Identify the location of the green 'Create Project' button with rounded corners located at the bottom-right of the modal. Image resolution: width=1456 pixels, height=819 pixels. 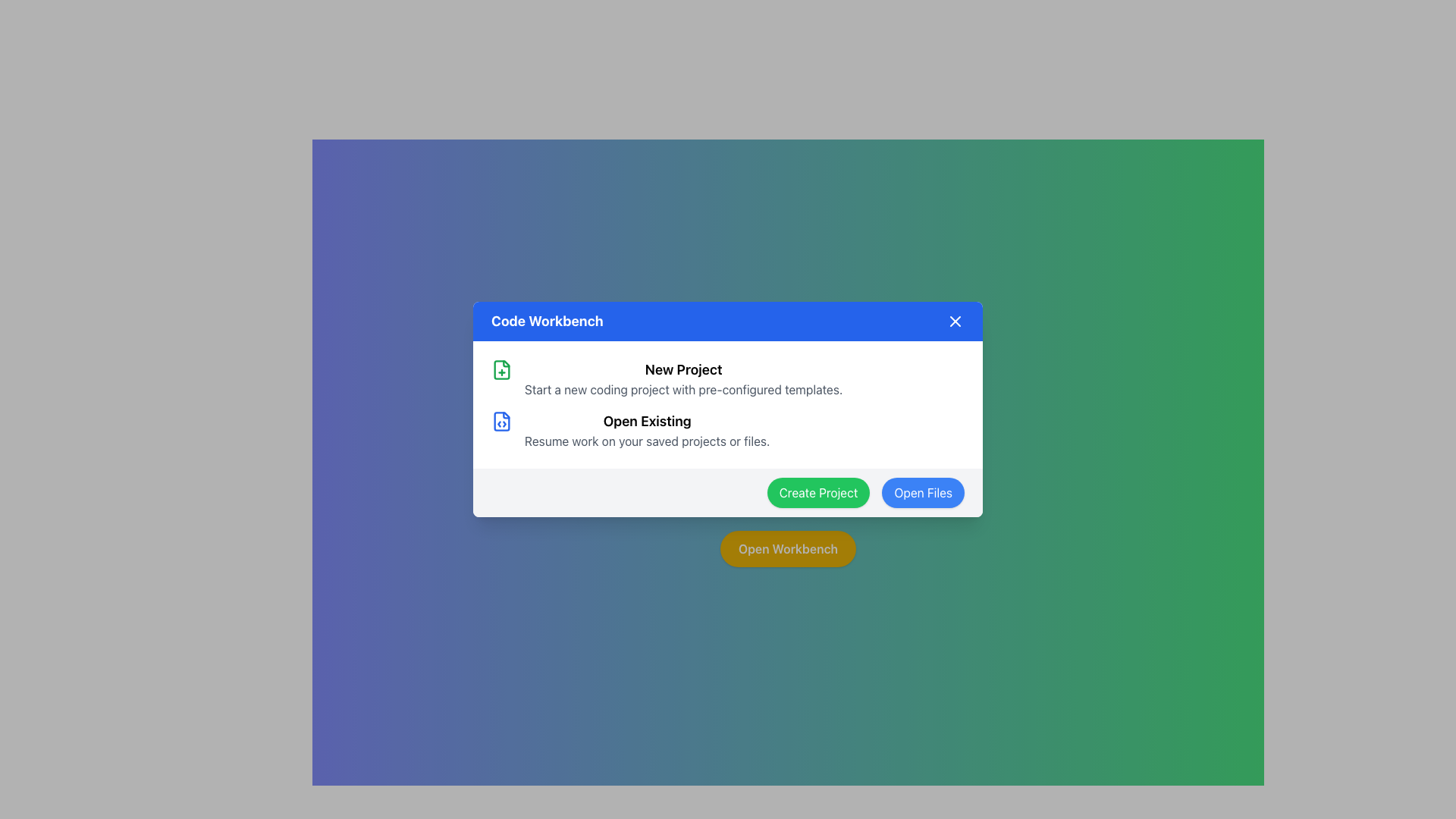
(817, 493).